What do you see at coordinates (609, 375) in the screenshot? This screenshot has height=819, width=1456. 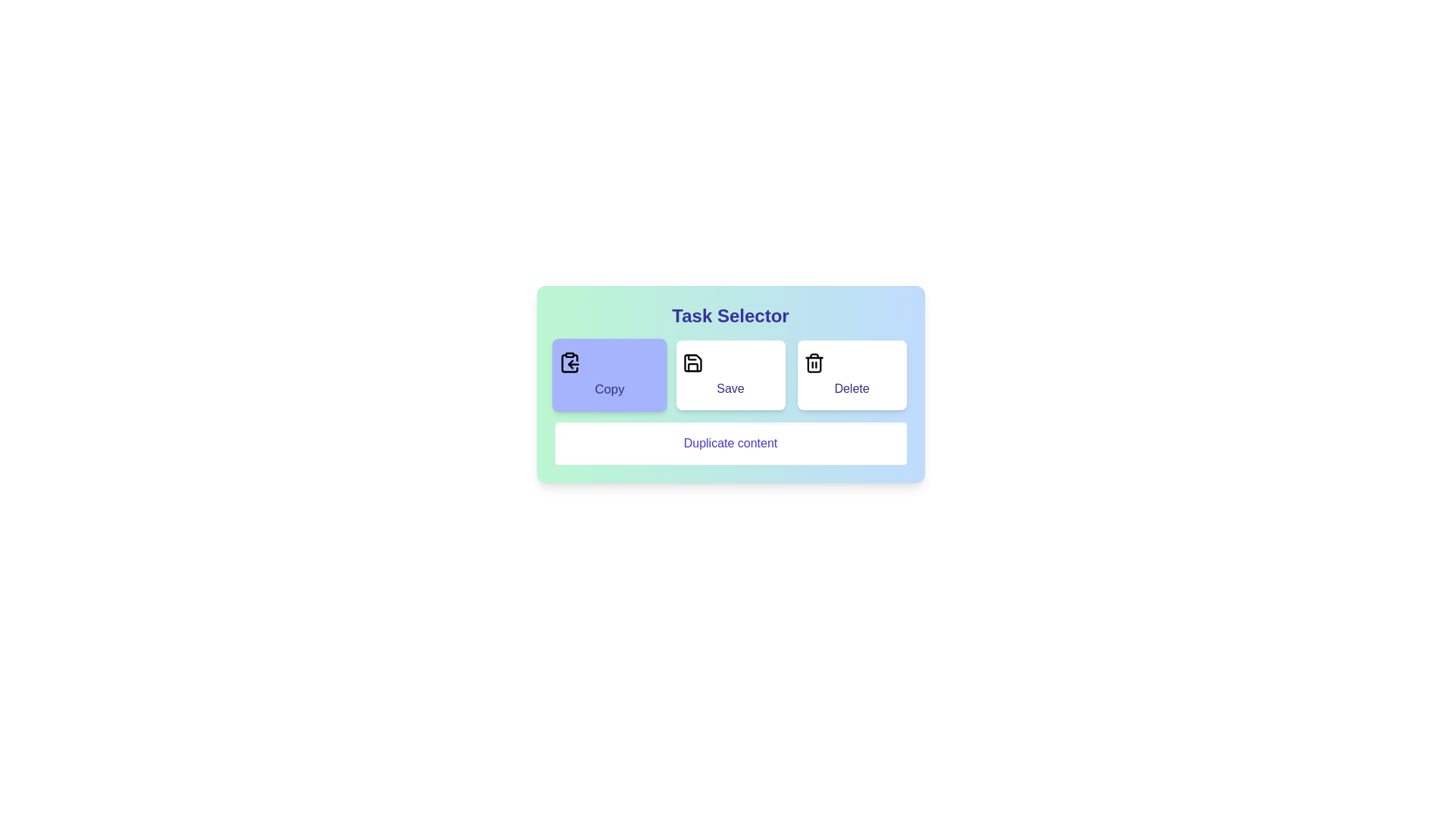 I see `the Copy button to select it` at bounding box center [609, 375].